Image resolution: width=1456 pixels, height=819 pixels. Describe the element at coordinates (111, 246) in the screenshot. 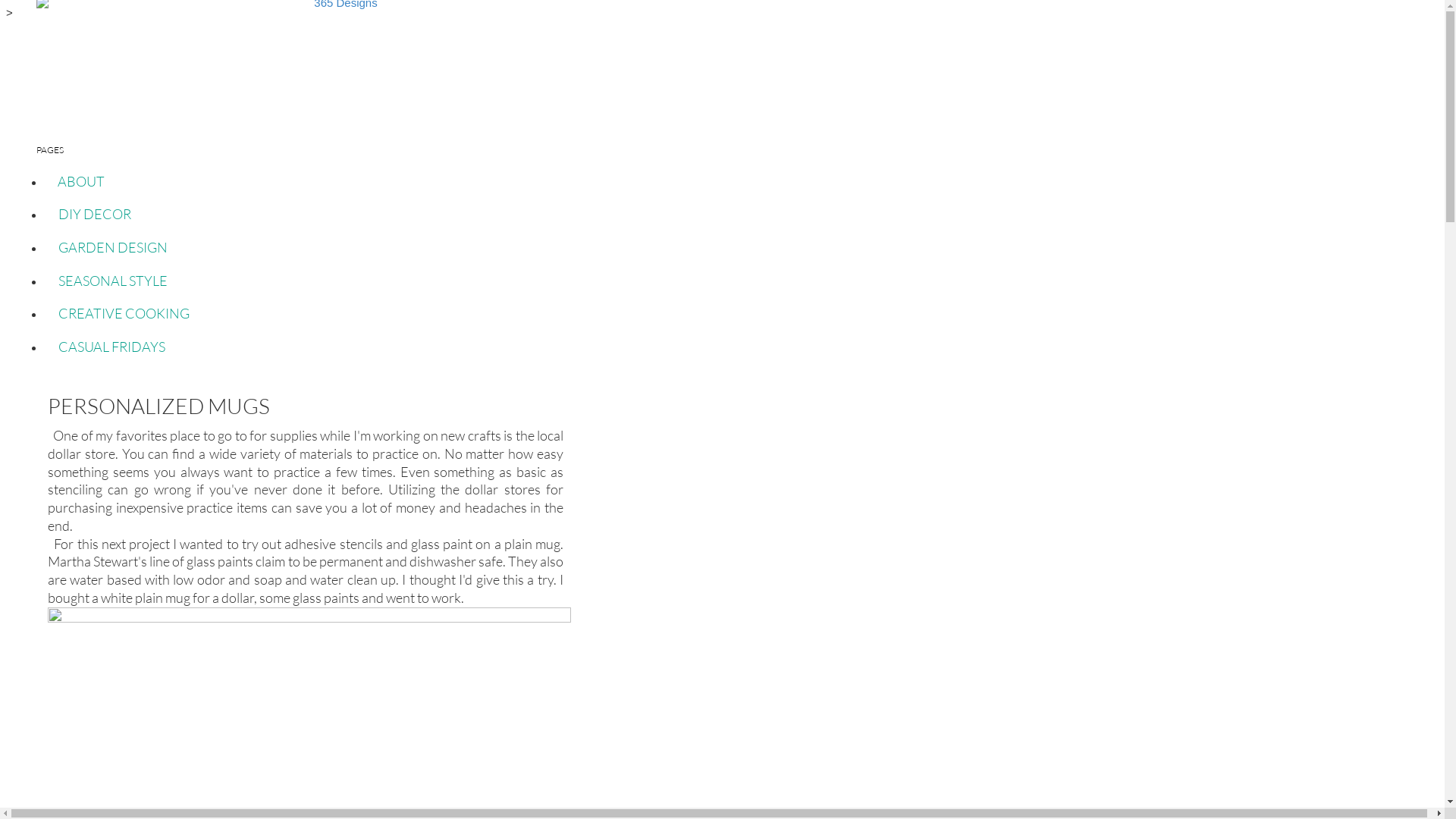

I see `'GARDEN DESIGN'` at that location.